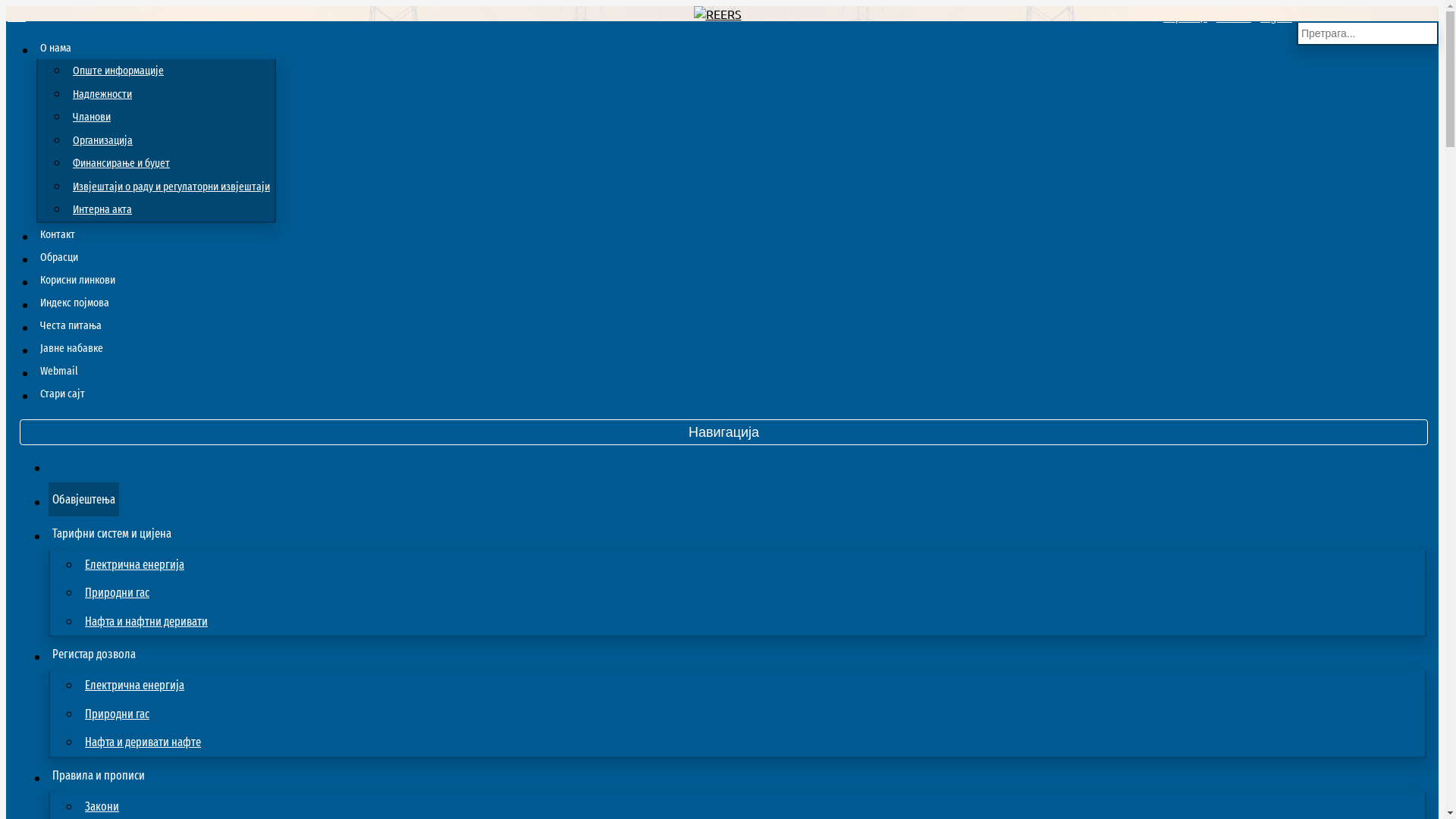 This screenshot has width=1456, height=819. Describe the element at coordinates (1234, 17) in the screenshot. I see `'Latinica'` at that location.